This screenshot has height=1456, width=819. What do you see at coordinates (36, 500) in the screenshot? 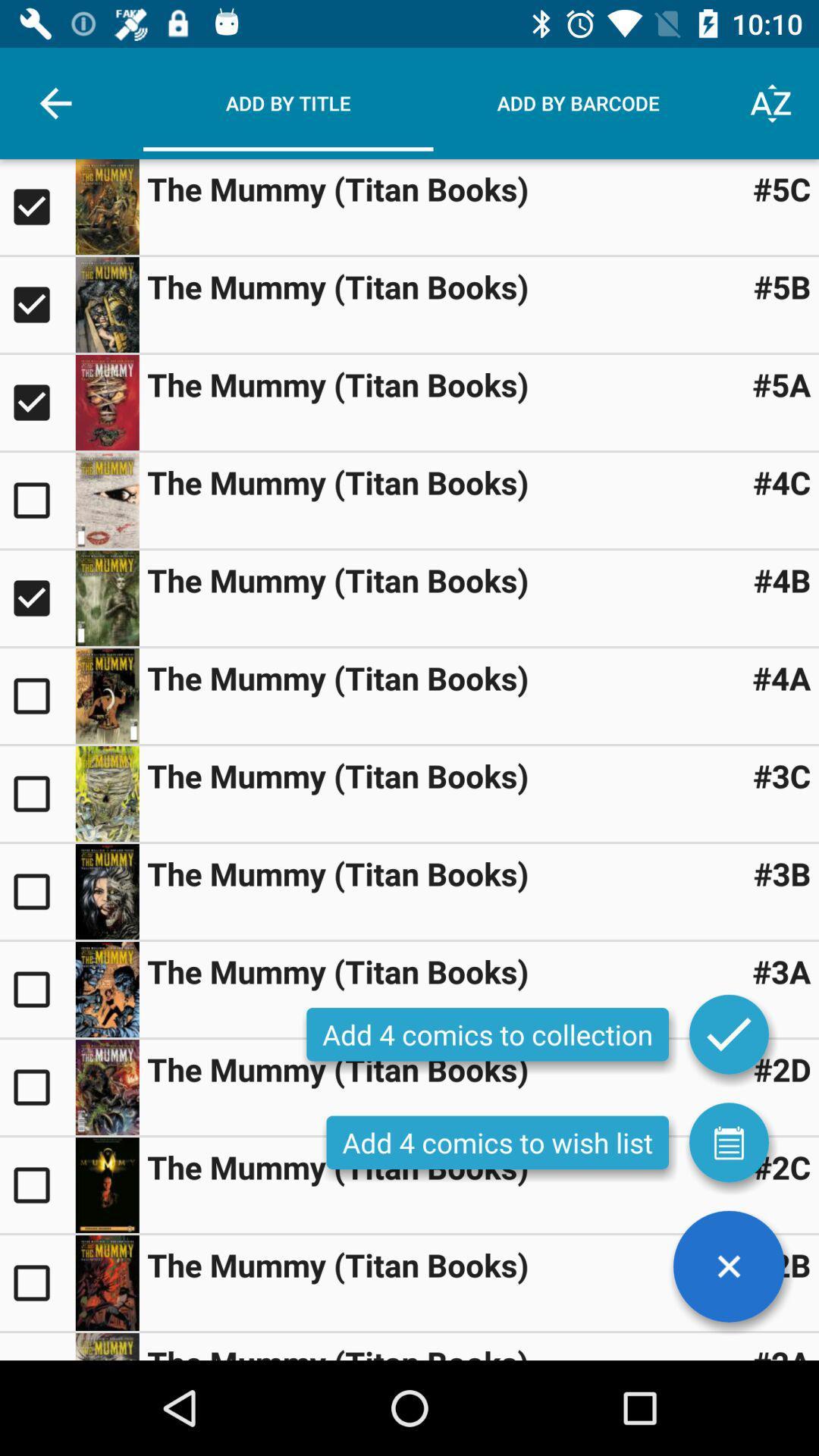
I see `add to comics to collection` at bounding box center [36, 500].